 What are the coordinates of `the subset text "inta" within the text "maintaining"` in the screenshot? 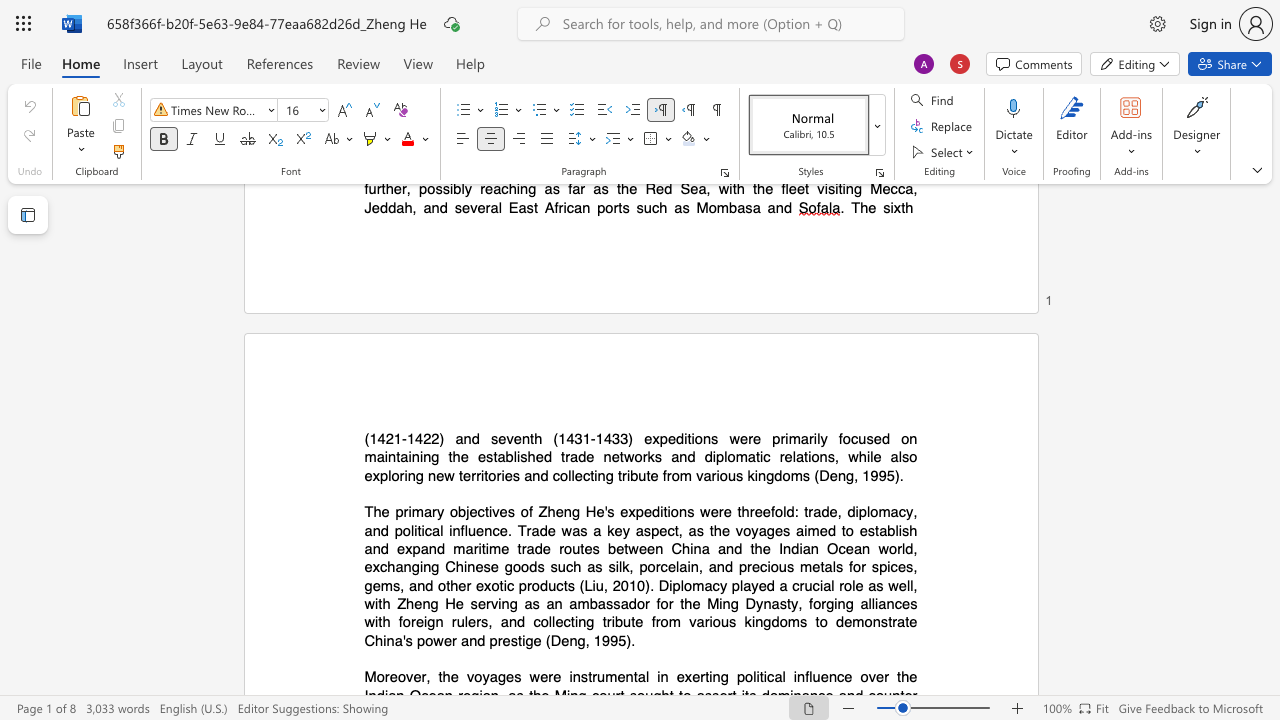 It's located at (384, 457).